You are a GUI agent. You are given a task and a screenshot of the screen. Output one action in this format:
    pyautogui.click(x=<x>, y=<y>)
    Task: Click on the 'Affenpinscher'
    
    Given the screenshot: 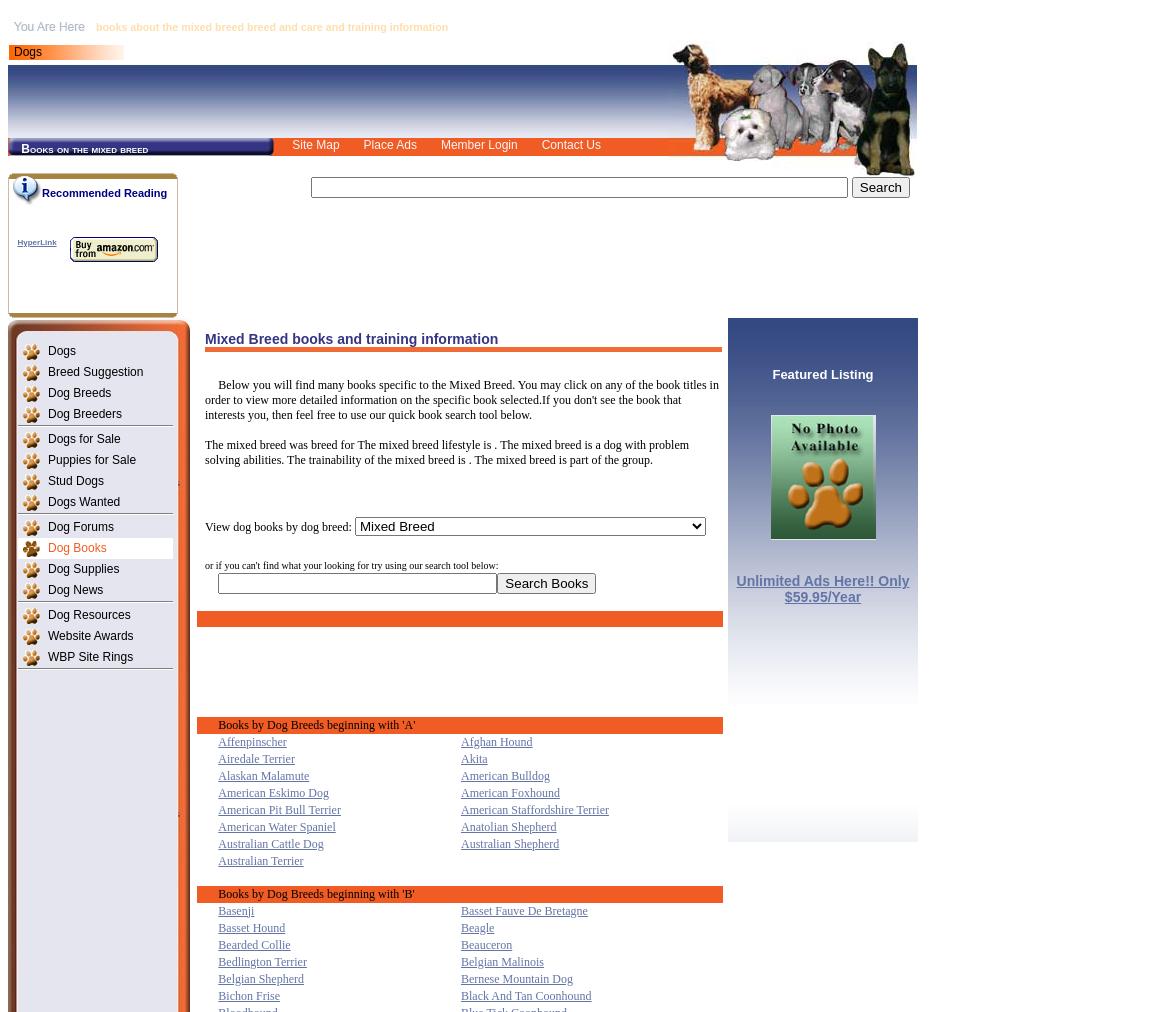 What is the action you would take?
    pyautogui.click(x=250, y=740)
    